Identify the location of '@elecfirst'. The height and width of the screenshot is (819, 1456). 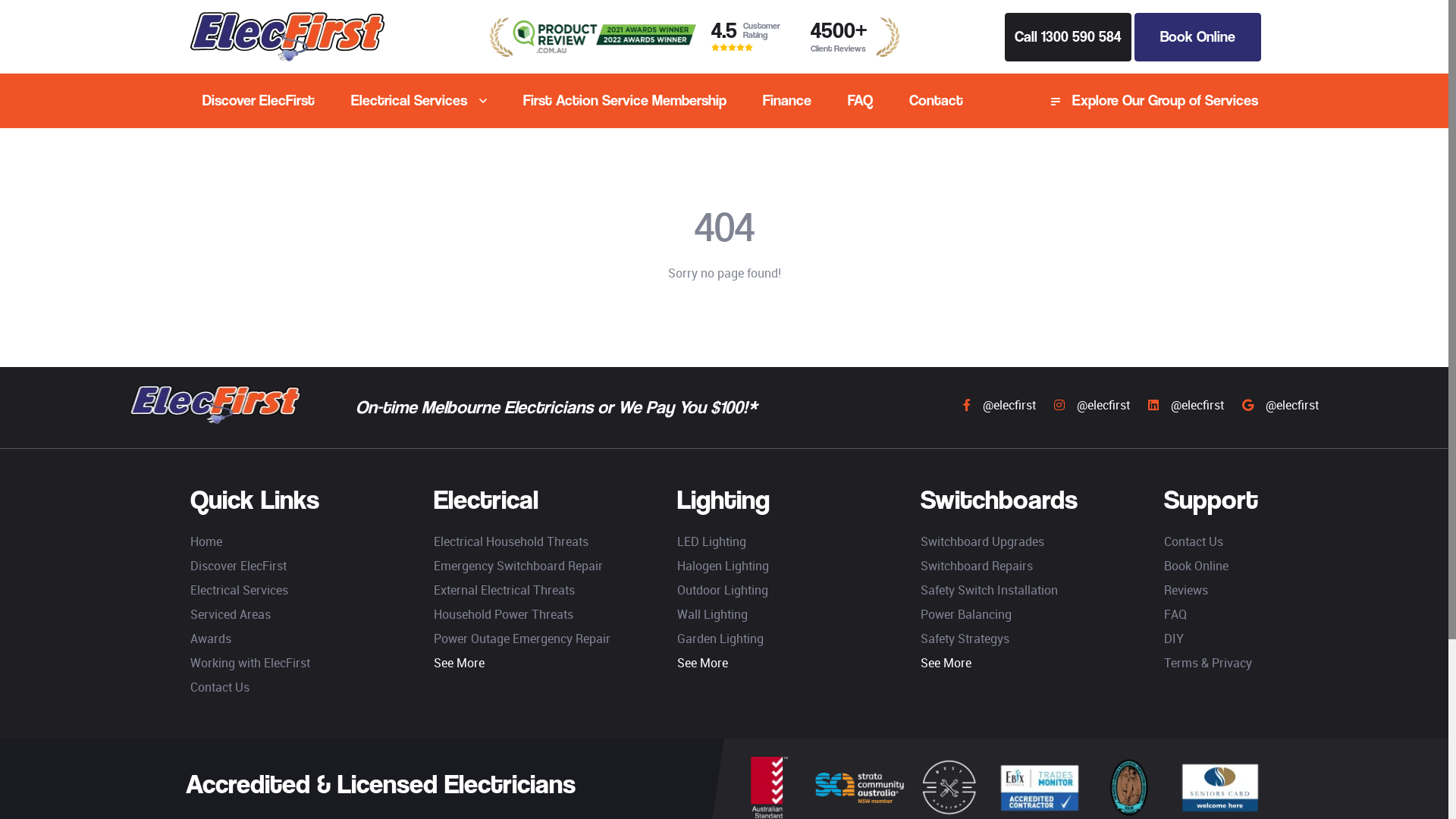
(999, 403).